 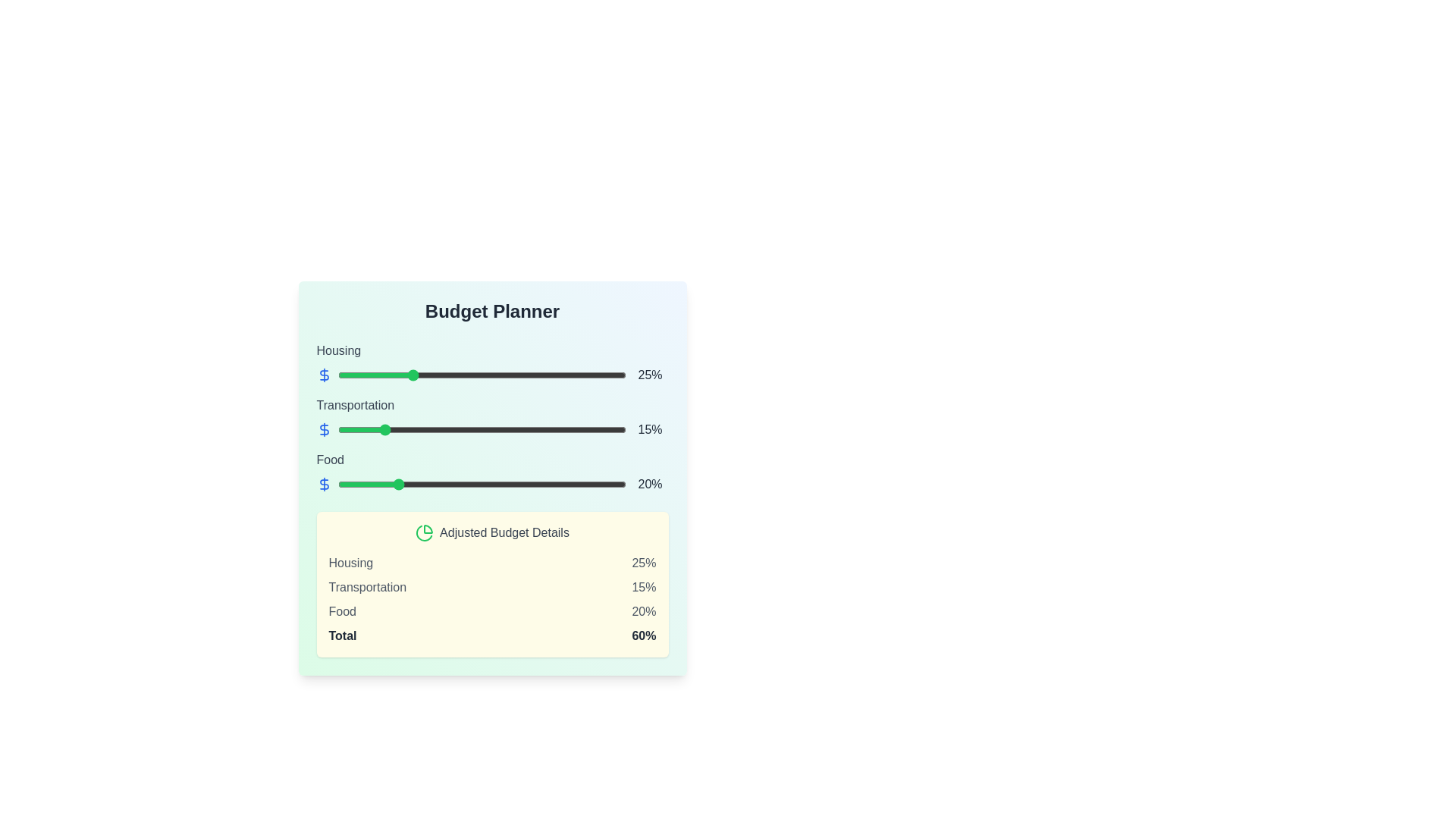 What do you see at coordinates (409, 375) in the screenshot?
I see `the housing budget slider` at bounding box center [409, 375].